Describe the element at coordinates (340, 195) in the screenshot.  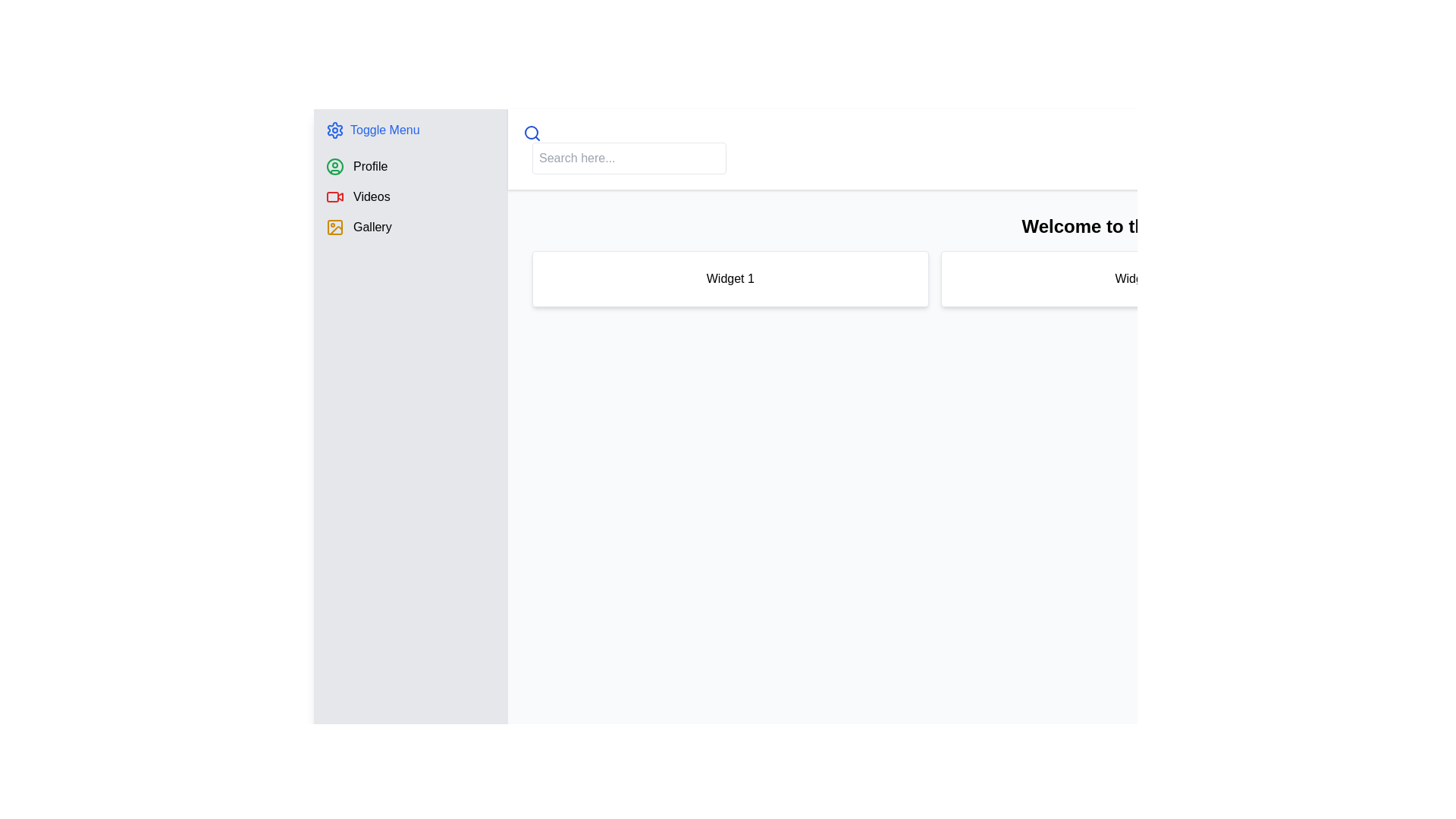
I see `the triangular play button icon within the red rectangle in the sidebar` at that location.